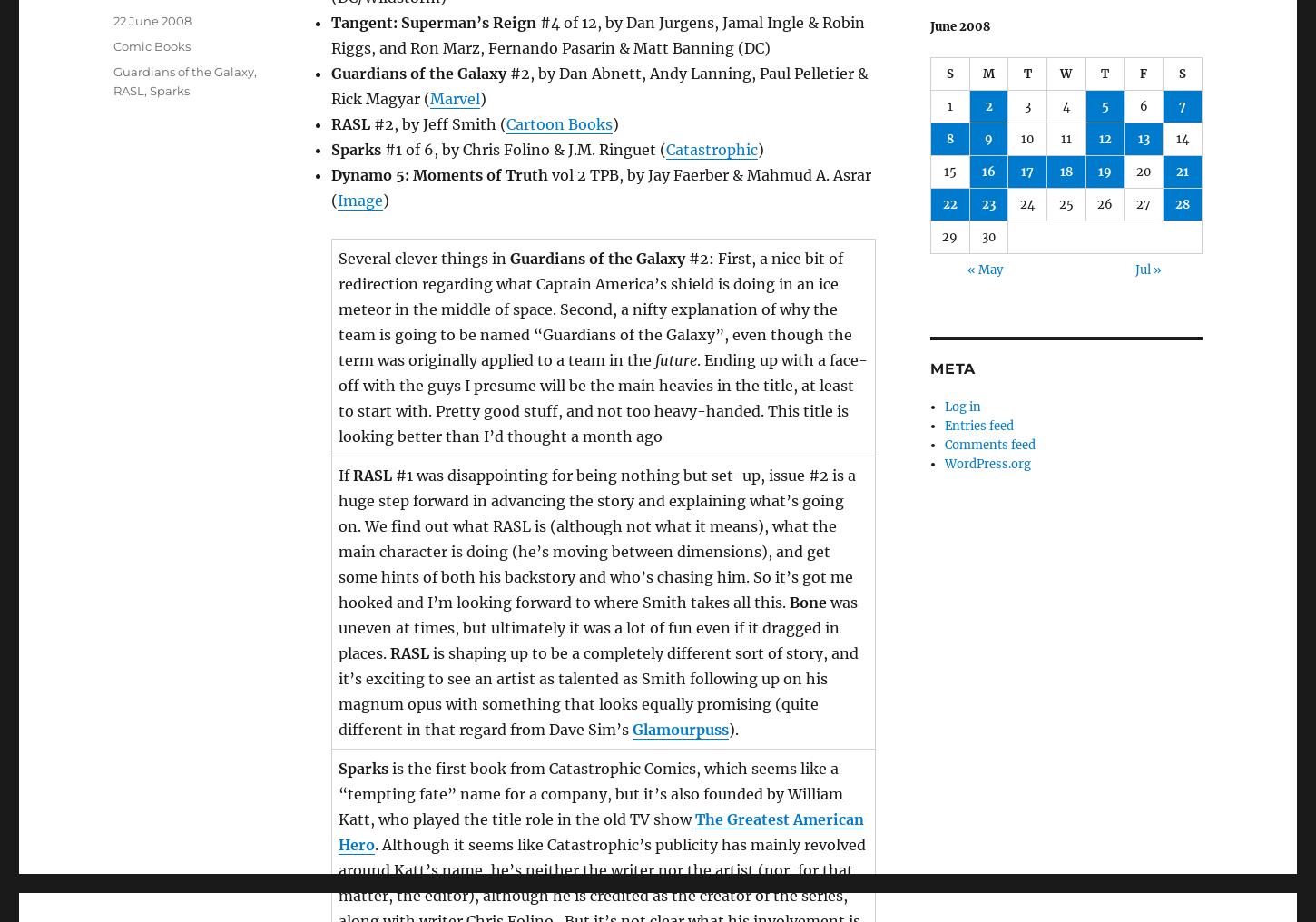 This screenshot has height=922, width=1316. I want to click on '#2, by Jeff Smith (', so click(369, 123).